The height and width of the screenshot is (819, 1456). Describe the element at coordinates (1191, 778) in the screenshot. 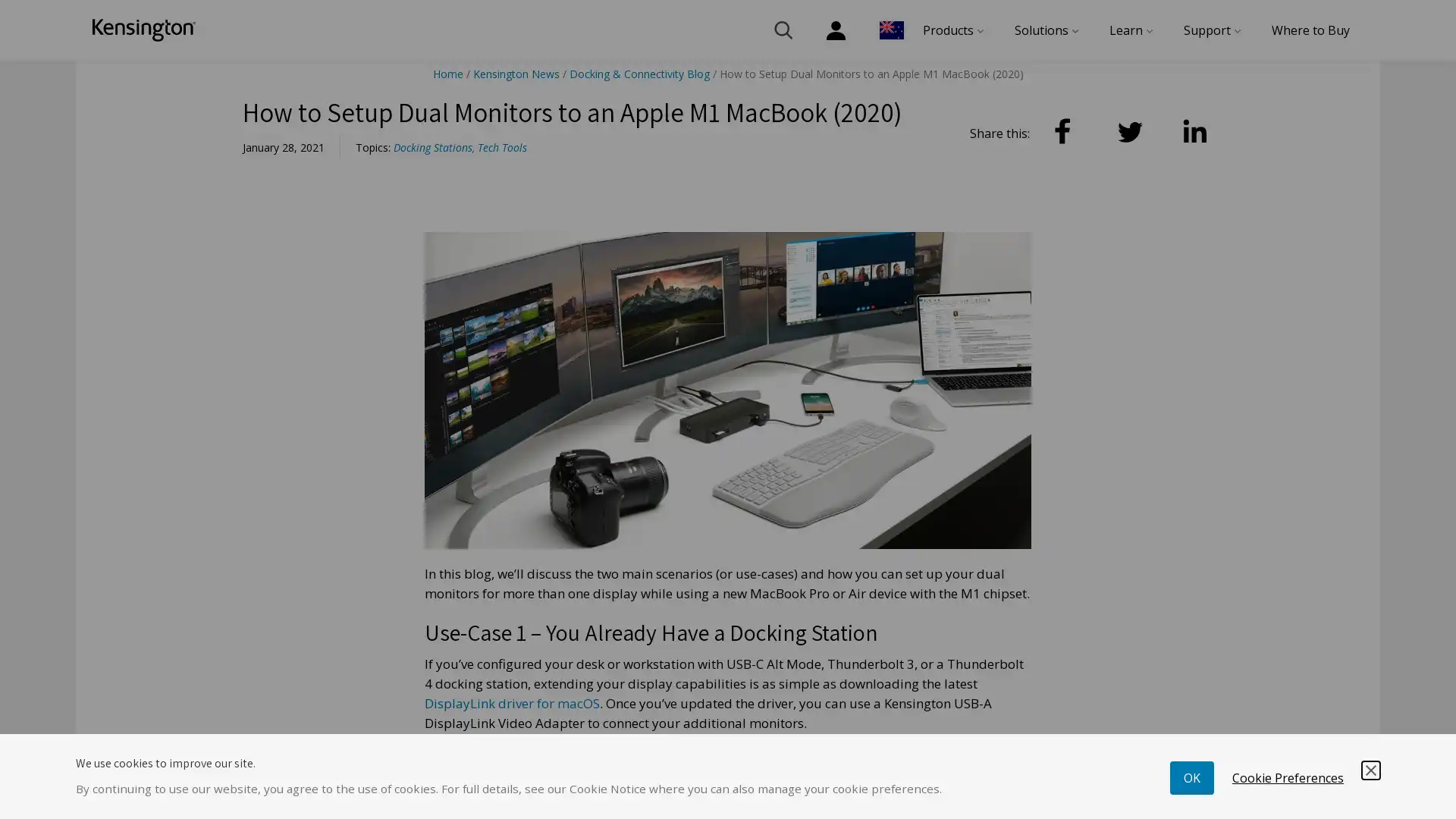

I see `OK` at that location.